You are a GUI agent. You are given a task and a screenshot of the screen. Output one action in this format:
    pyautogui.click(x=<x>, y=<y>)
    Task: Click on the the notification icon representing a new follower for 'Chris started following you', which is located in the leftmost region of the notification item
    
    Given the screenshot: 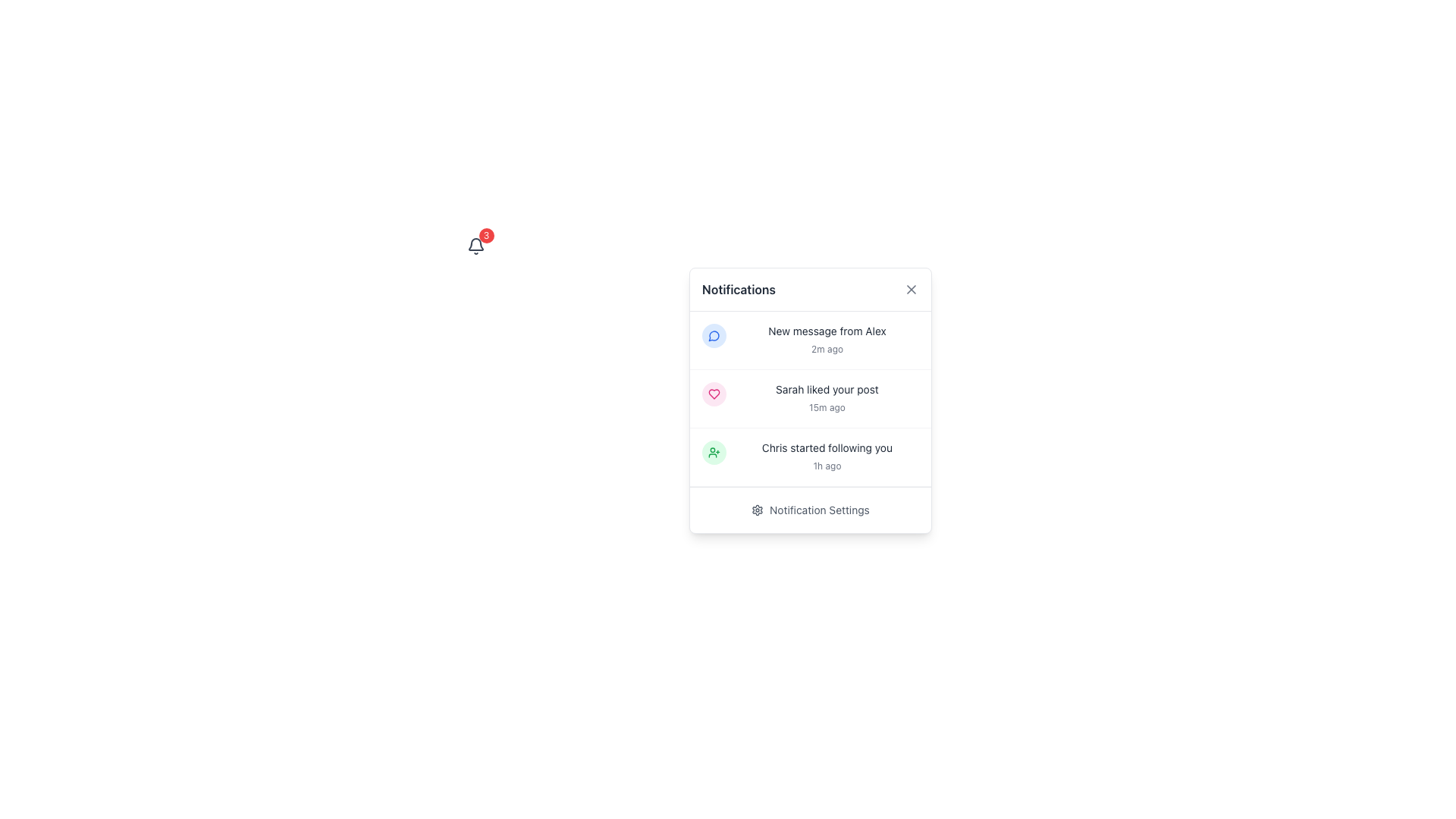 What is the action you would take?
    pyautogui.click(x=713, y=452)
    